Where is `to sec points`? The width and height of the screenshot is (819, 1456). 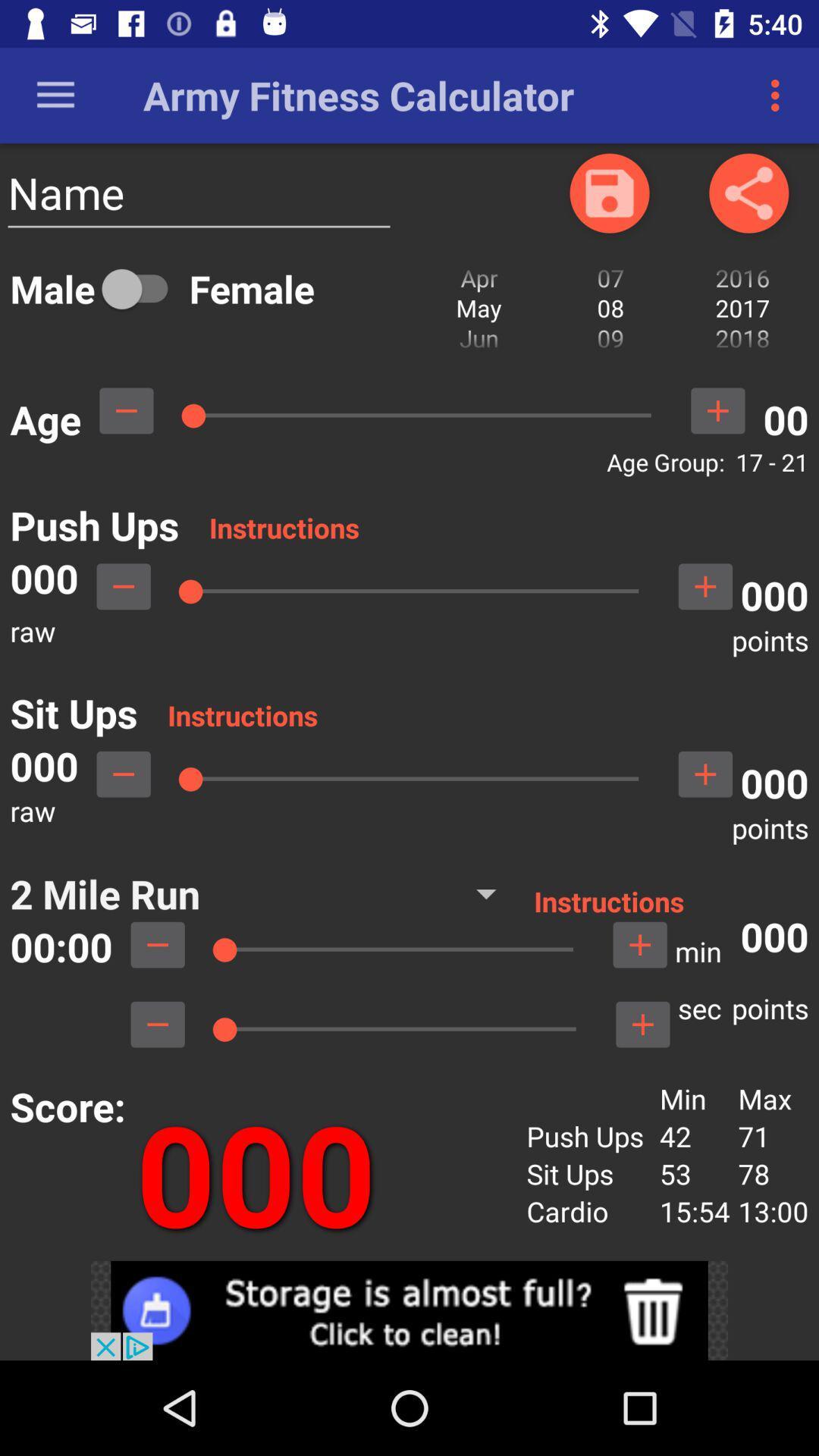 to sec points is located at coordinates (642, 1025).